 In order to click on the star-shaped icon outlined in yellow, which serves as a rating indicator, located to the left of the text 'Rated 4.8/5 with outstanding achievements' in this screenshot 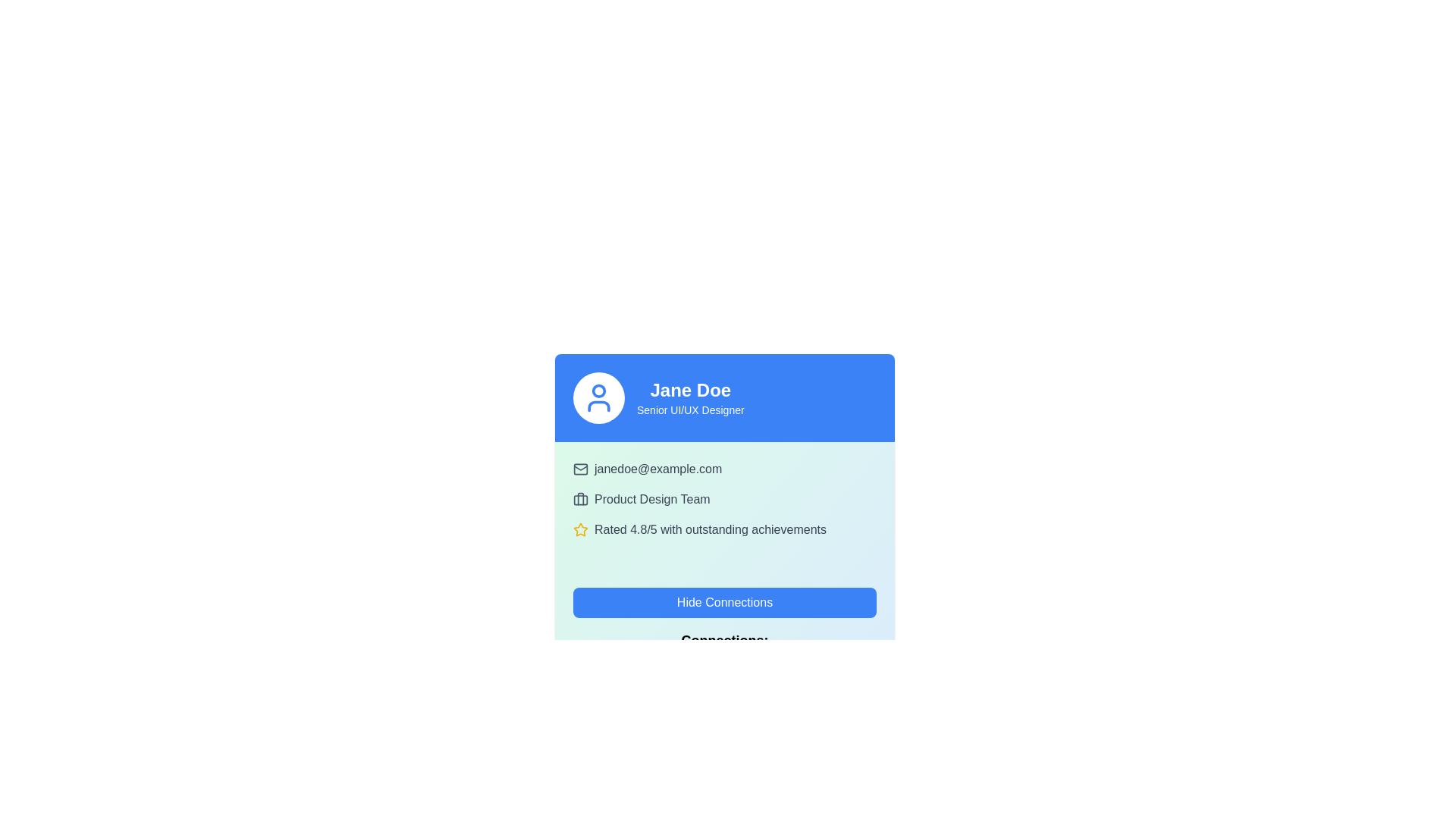, I will do `click(580, 529)`.